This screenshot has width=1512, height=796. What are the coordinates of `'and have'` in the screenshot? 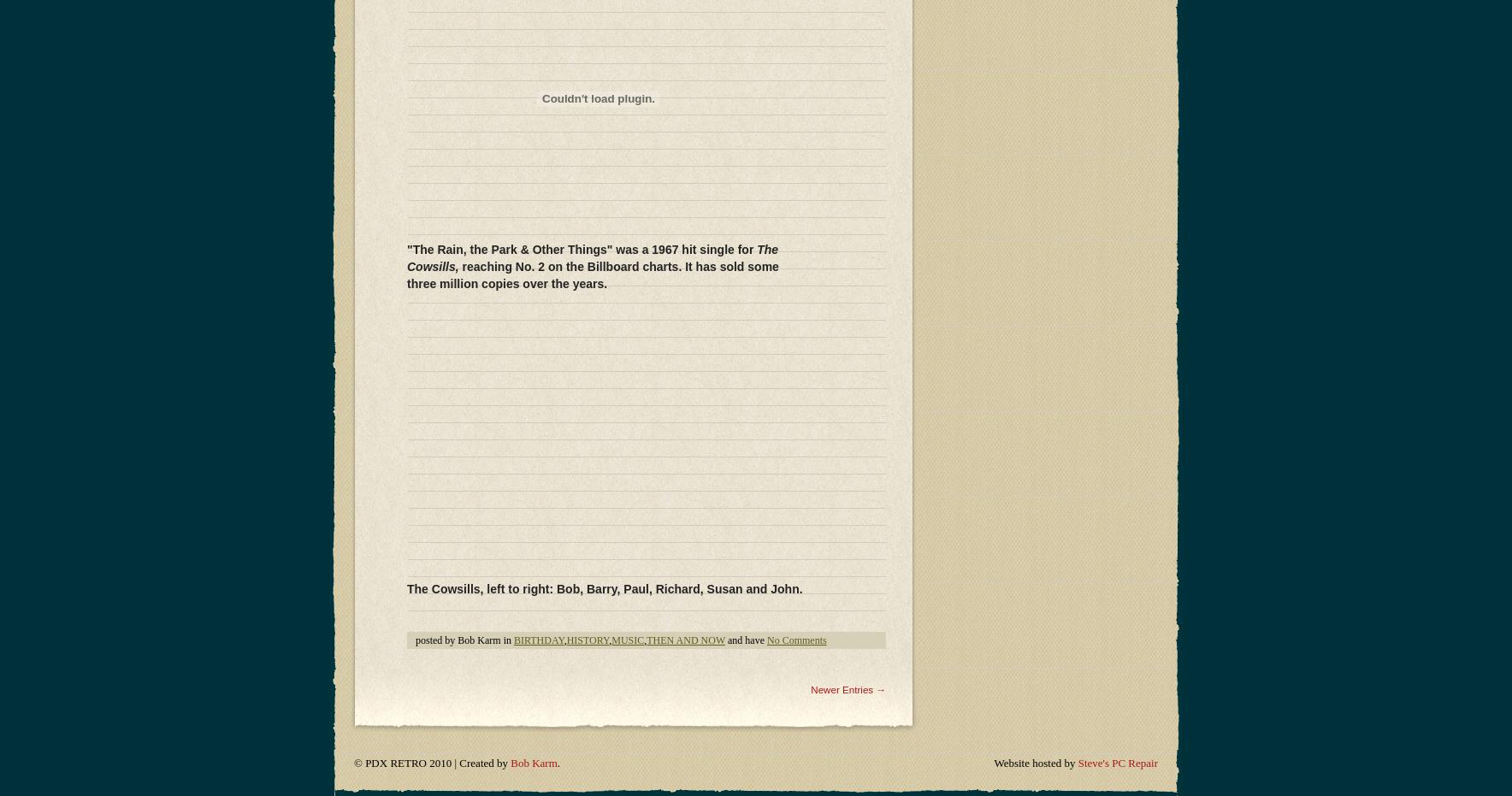 It's located at (746, 218).